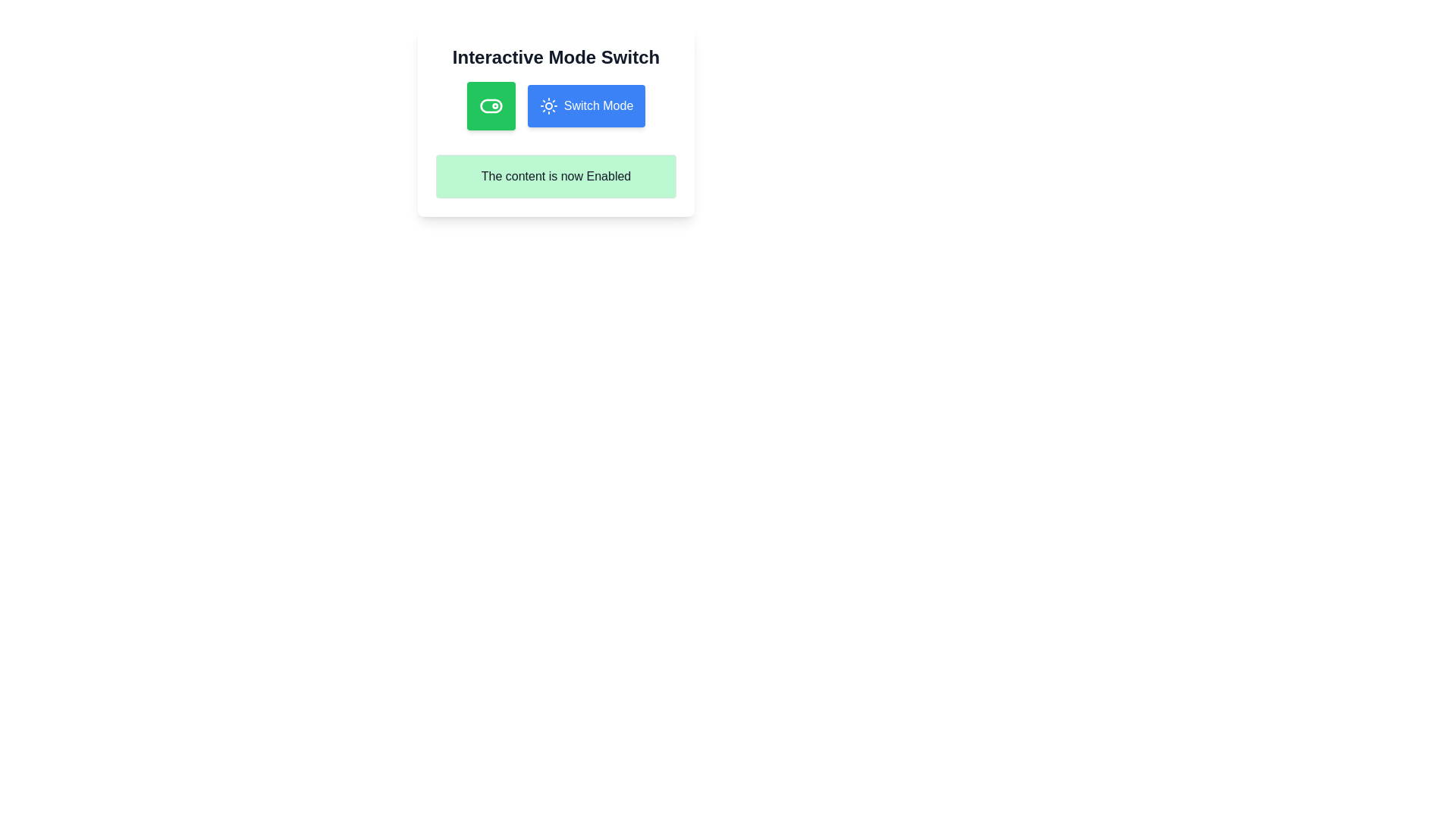 Image resolution: width=1456 pixels, height=819 pixels. I want to click on the toggle switch background element, which indicates the inactive or active state of the toggle switch, located in the upper-left portion of the interface, so click(491, 105).